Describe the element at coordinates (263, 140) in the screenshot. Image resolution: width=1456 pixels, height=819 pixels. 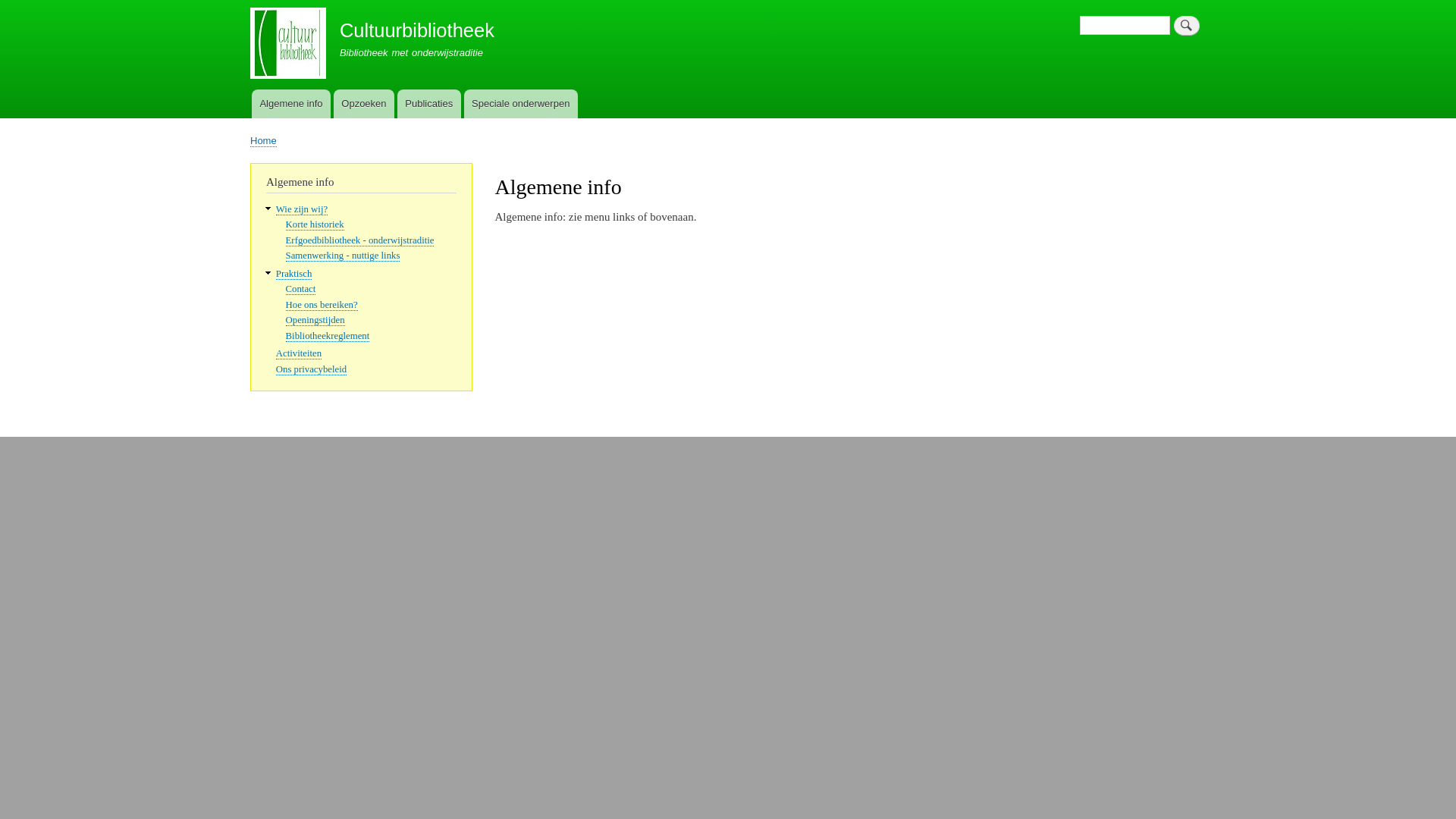
I see `'Home'` at that location.